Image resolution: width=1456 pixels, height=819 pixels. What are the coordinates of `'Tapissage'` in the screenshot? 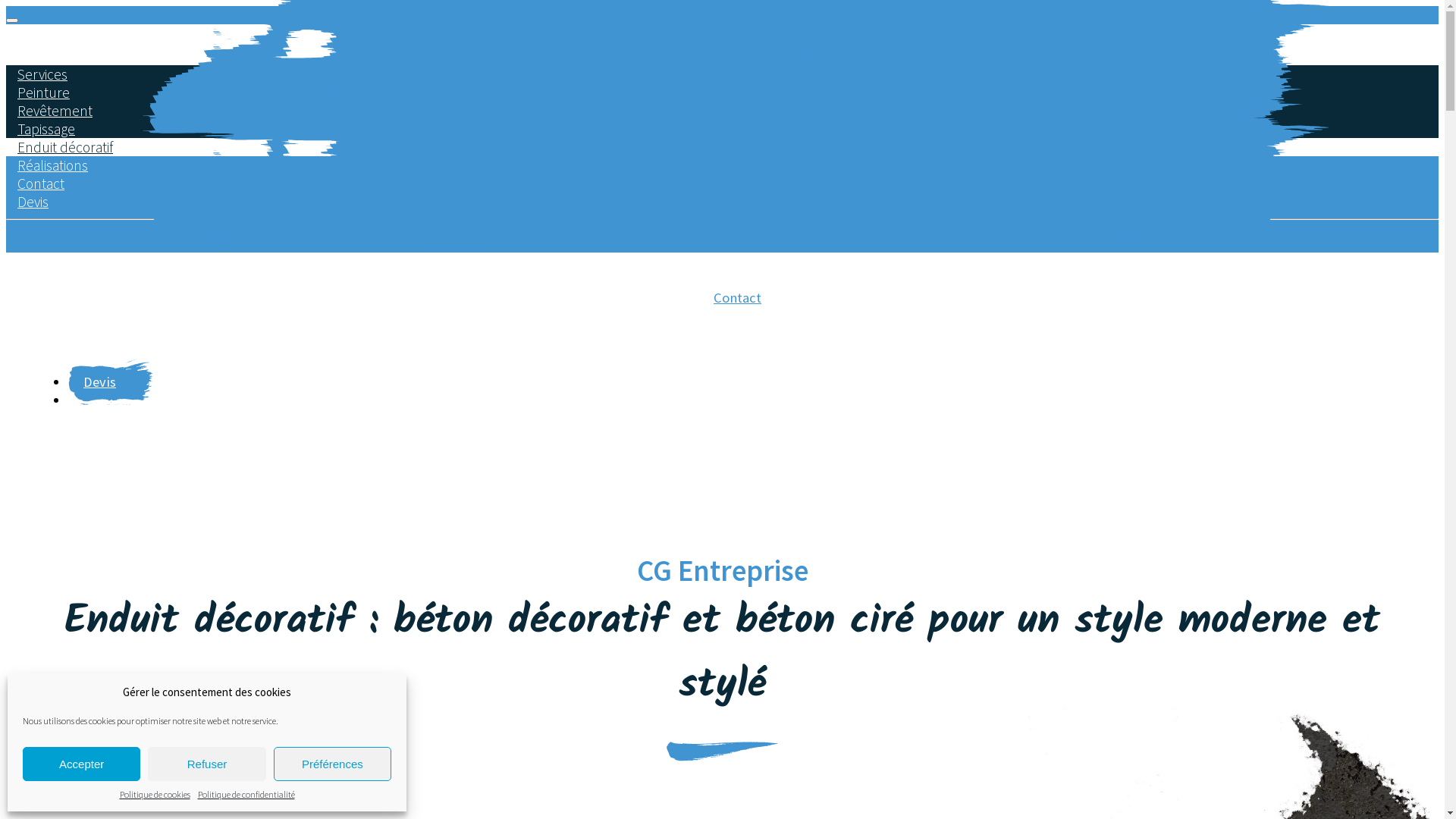 It's located at (6, 127).